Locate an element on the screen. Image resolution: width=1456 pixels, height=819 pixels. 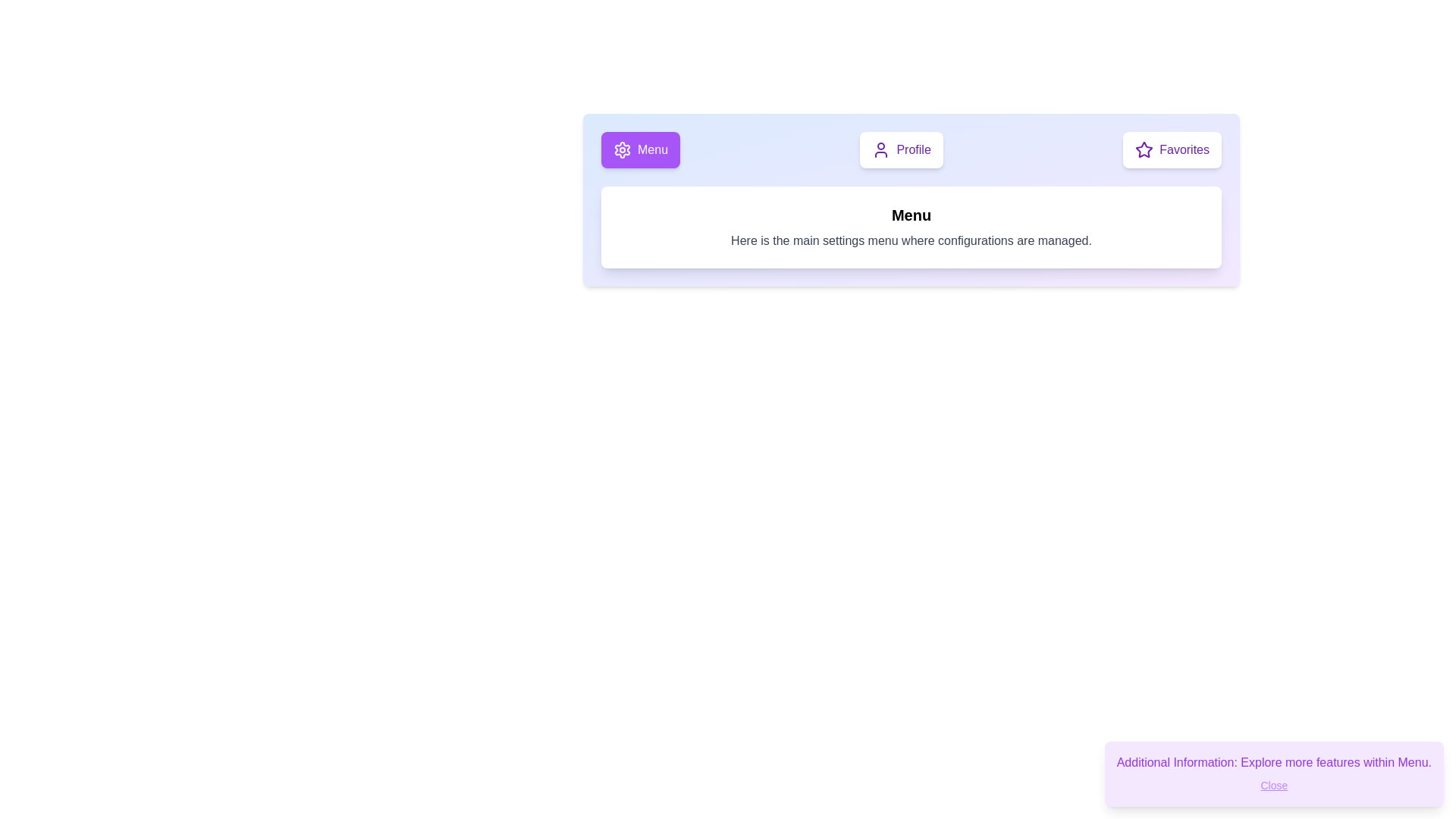
displayed information from the informational popup located at the bottom-right corner of the interface is located at coordinates (1274, 774).